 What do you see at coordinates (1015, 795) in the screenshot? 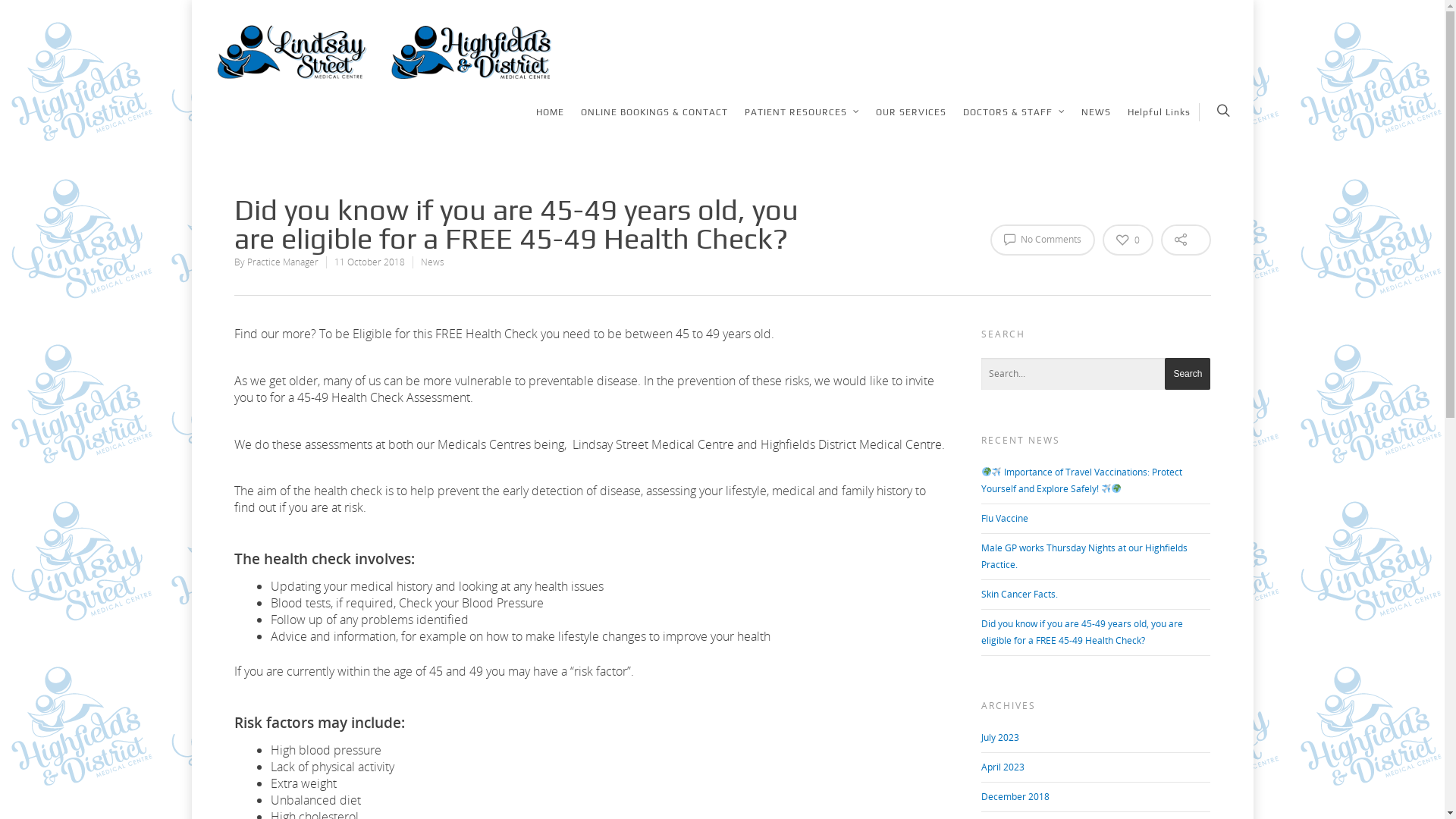
I see `'December 2018'` at bounding box center [1015, 795].